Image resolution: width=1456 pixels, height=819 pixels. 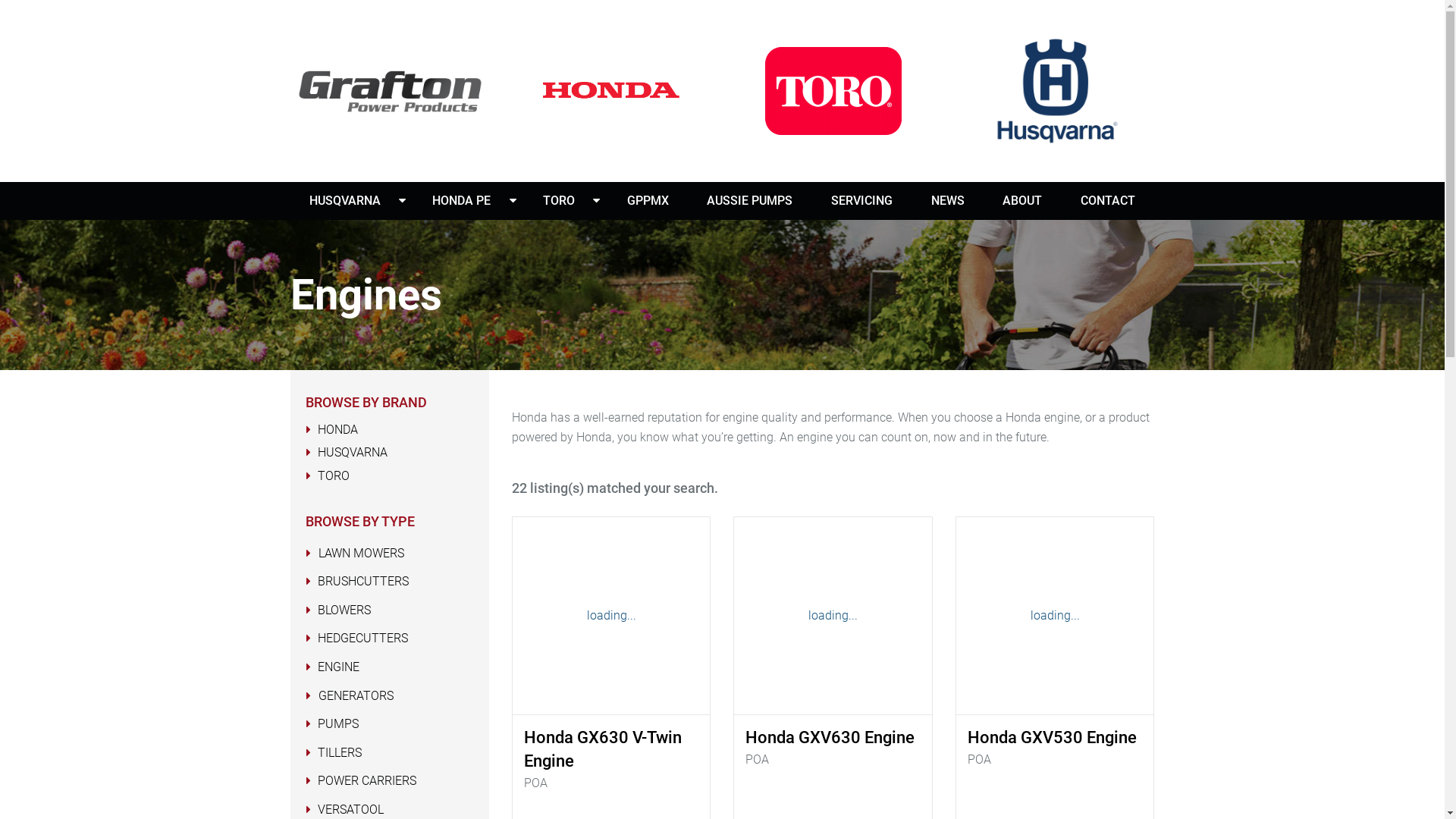 I want to click on 'HEDGECUTTERS', so click(x=361, y=638).